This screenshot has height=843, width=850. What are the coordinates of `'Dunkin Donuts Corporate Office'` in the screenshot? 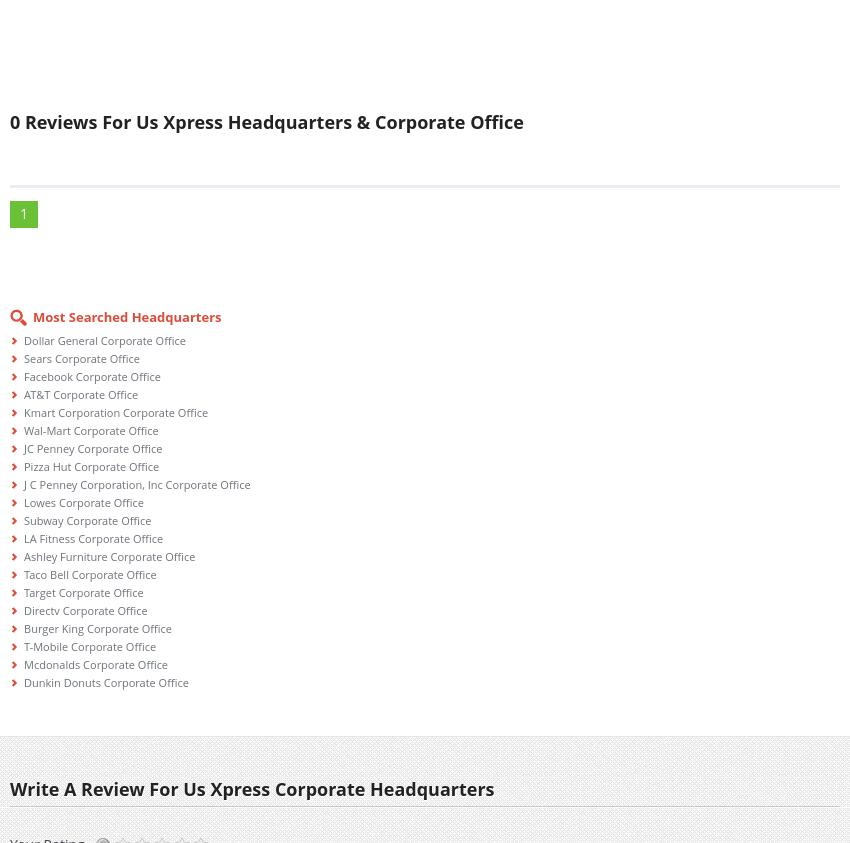 It's located at (104, 681).